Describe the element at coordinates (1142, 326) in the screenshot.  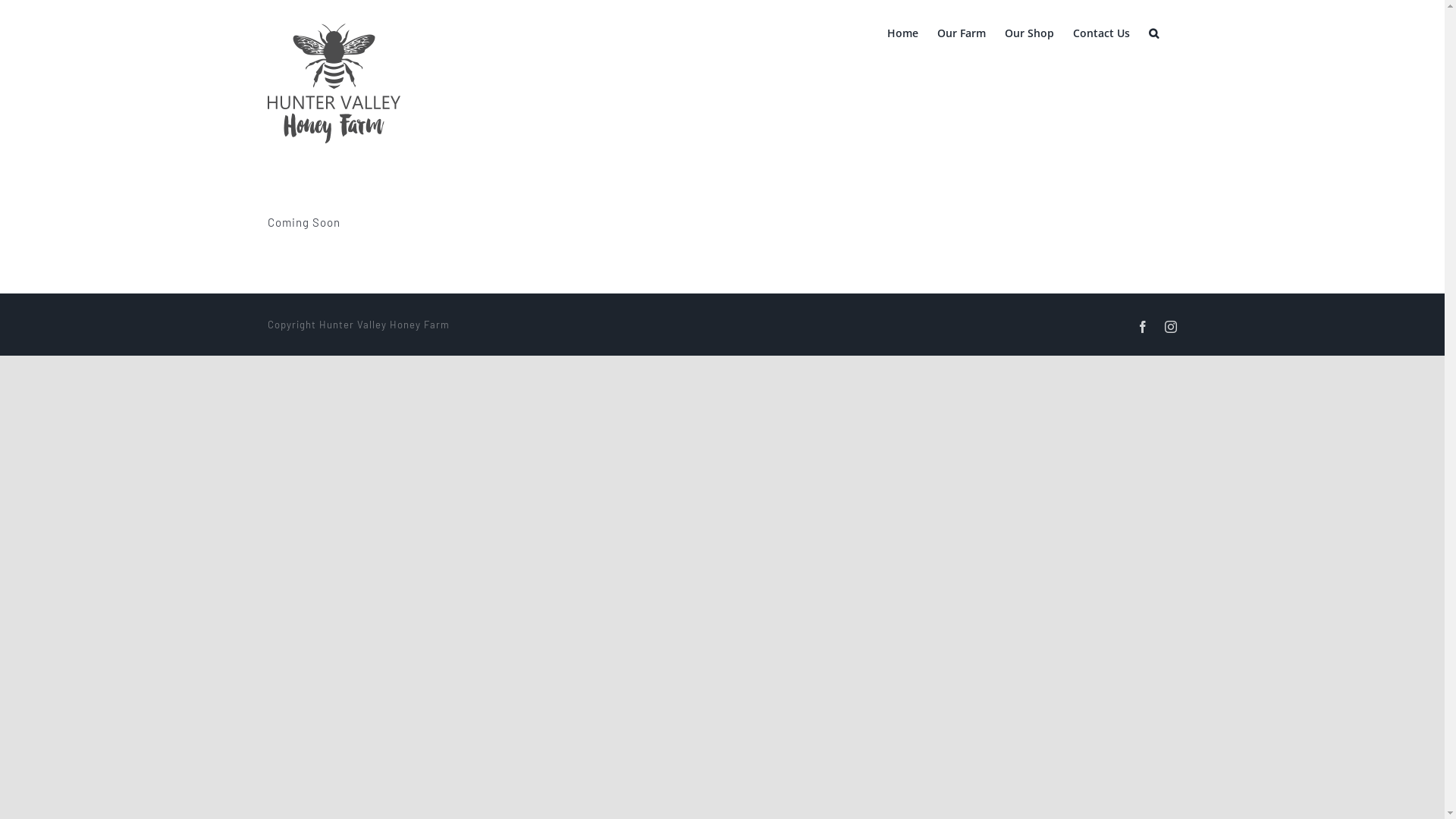
I see `'Facebook'` at that location.